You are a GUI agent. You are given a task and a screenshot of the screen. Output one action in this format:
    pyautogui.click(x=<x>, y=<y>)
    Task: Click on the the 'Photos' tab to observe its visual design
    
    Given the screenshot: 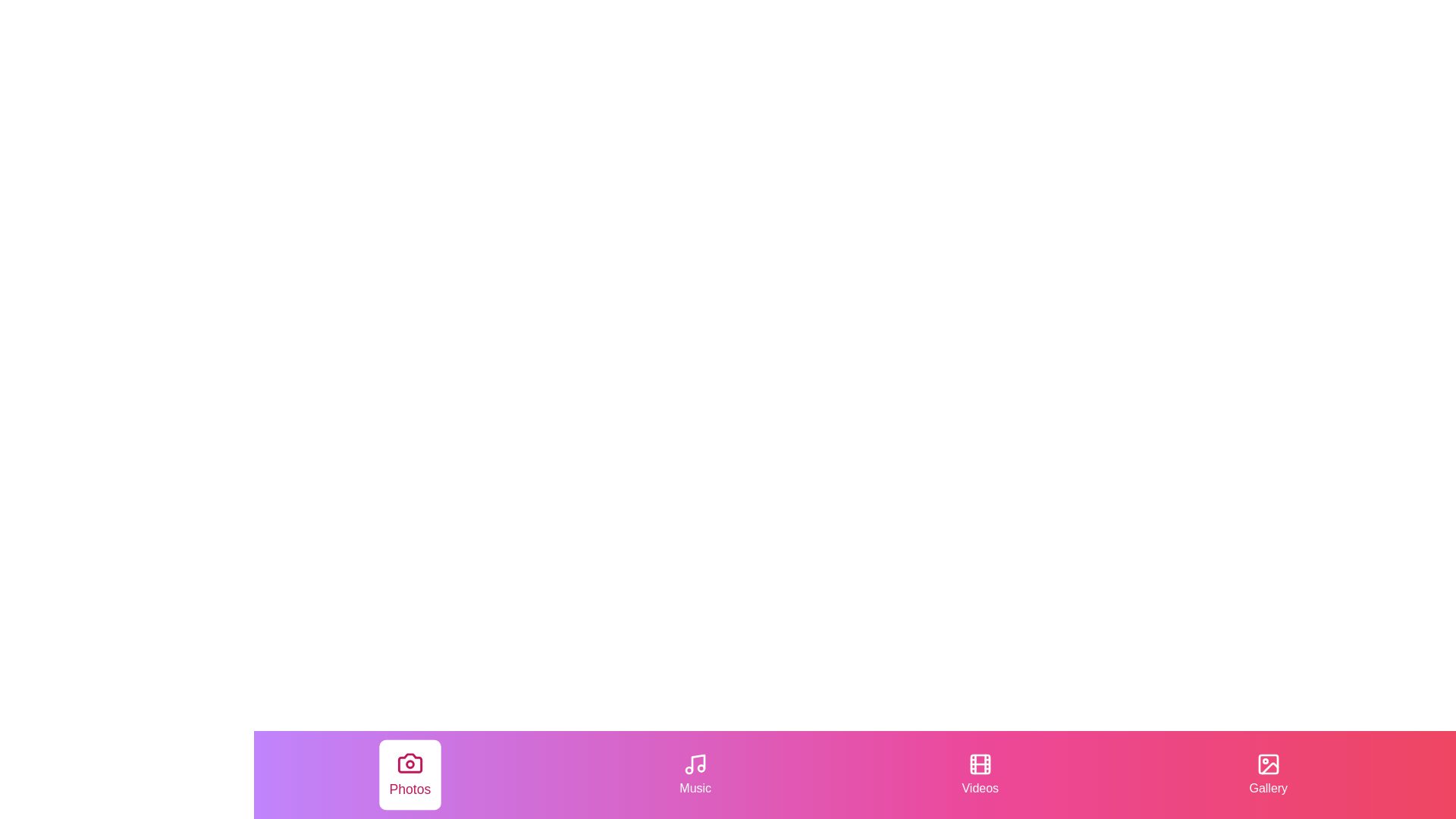 What is the action you would take?
    pyautogui.click(x=410, y=775)
    